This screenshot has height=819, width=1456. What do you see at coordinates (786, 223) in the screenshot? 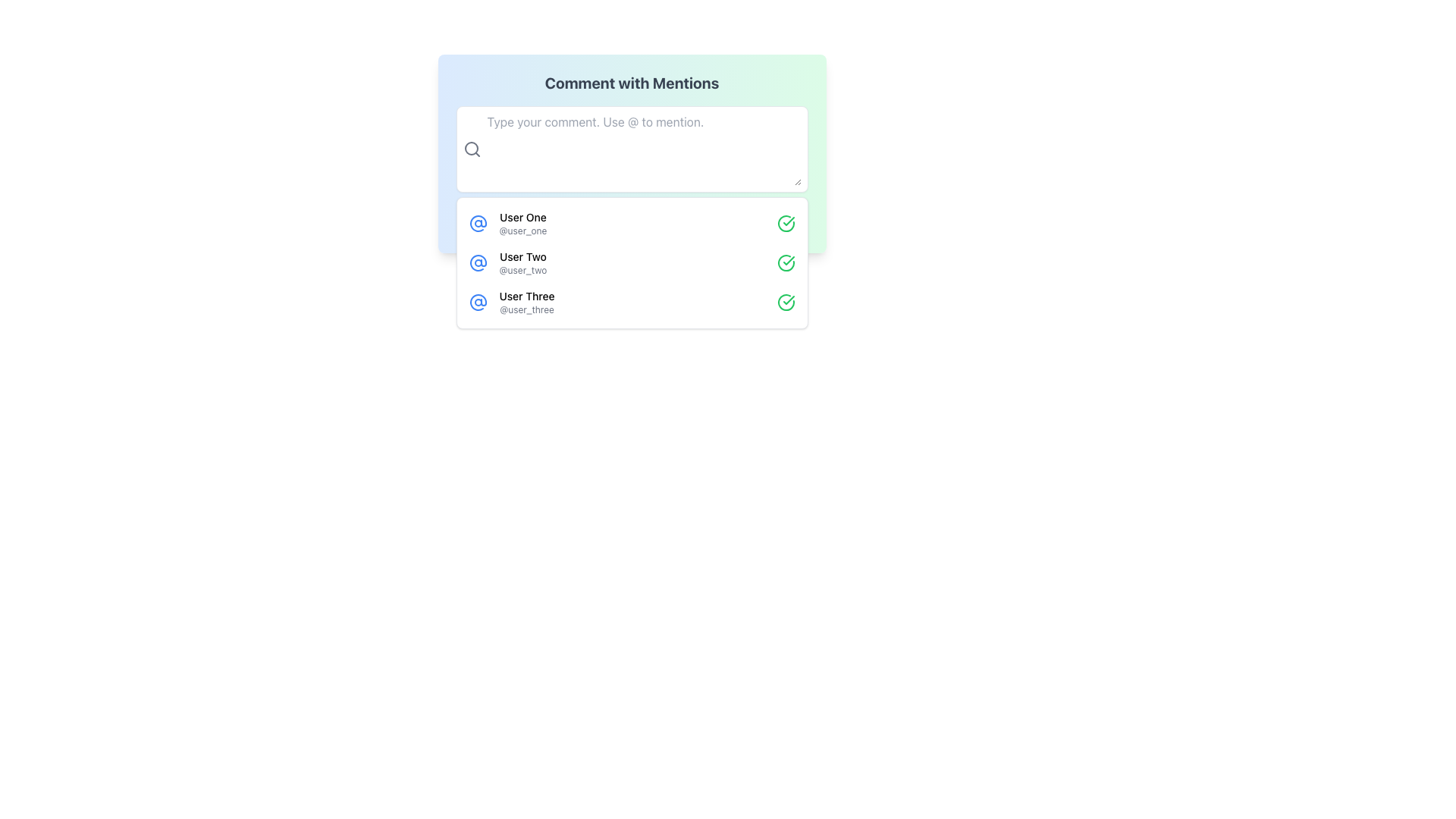
I see `the verification icon located to the far right of the first user entry, adjacent to the username and identifier text, to indicate successful selection` at bounding box center [786, 223].